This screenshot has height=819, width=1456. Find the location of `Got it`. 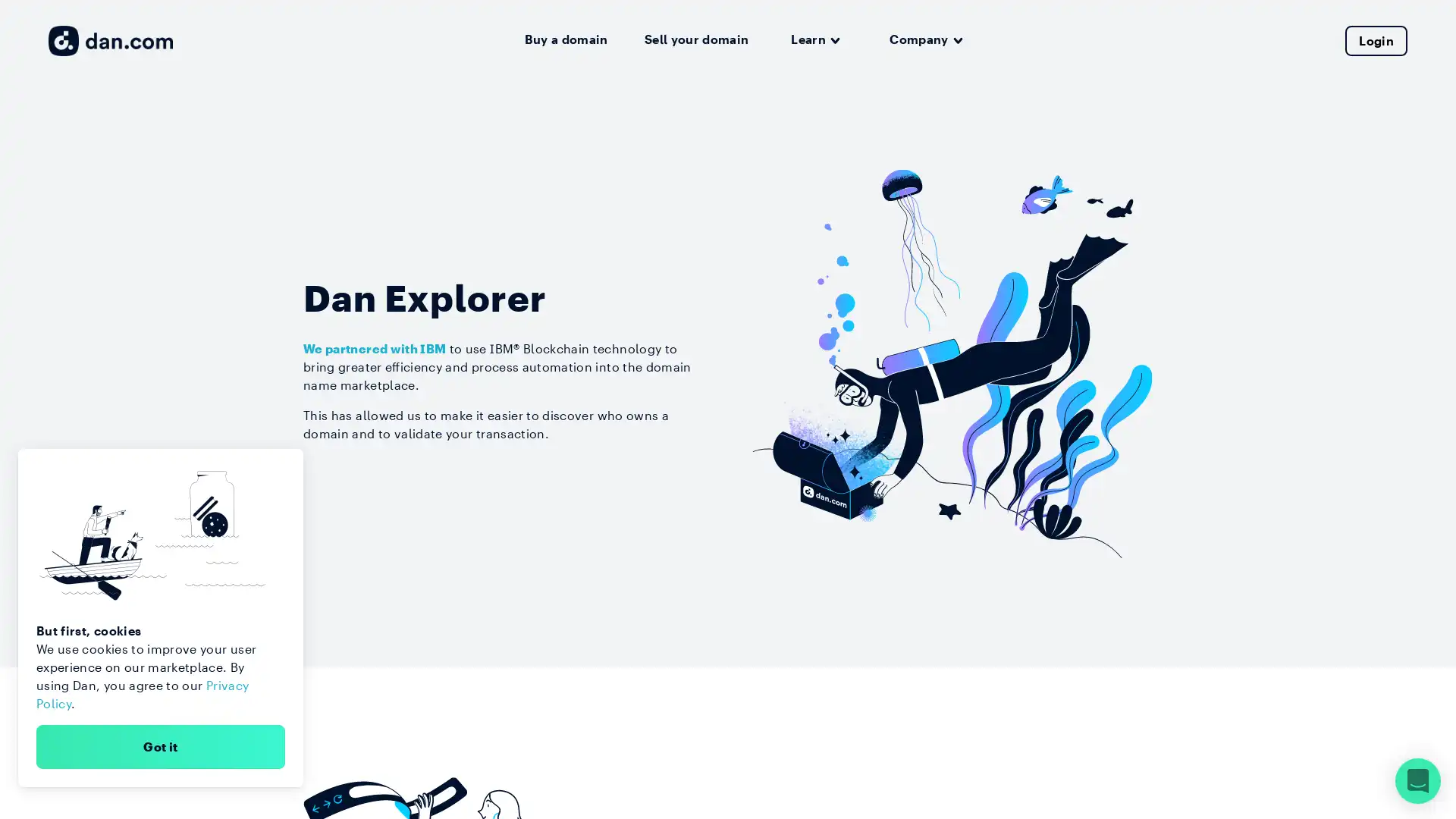

Got it is located at coordinates (160, 745).